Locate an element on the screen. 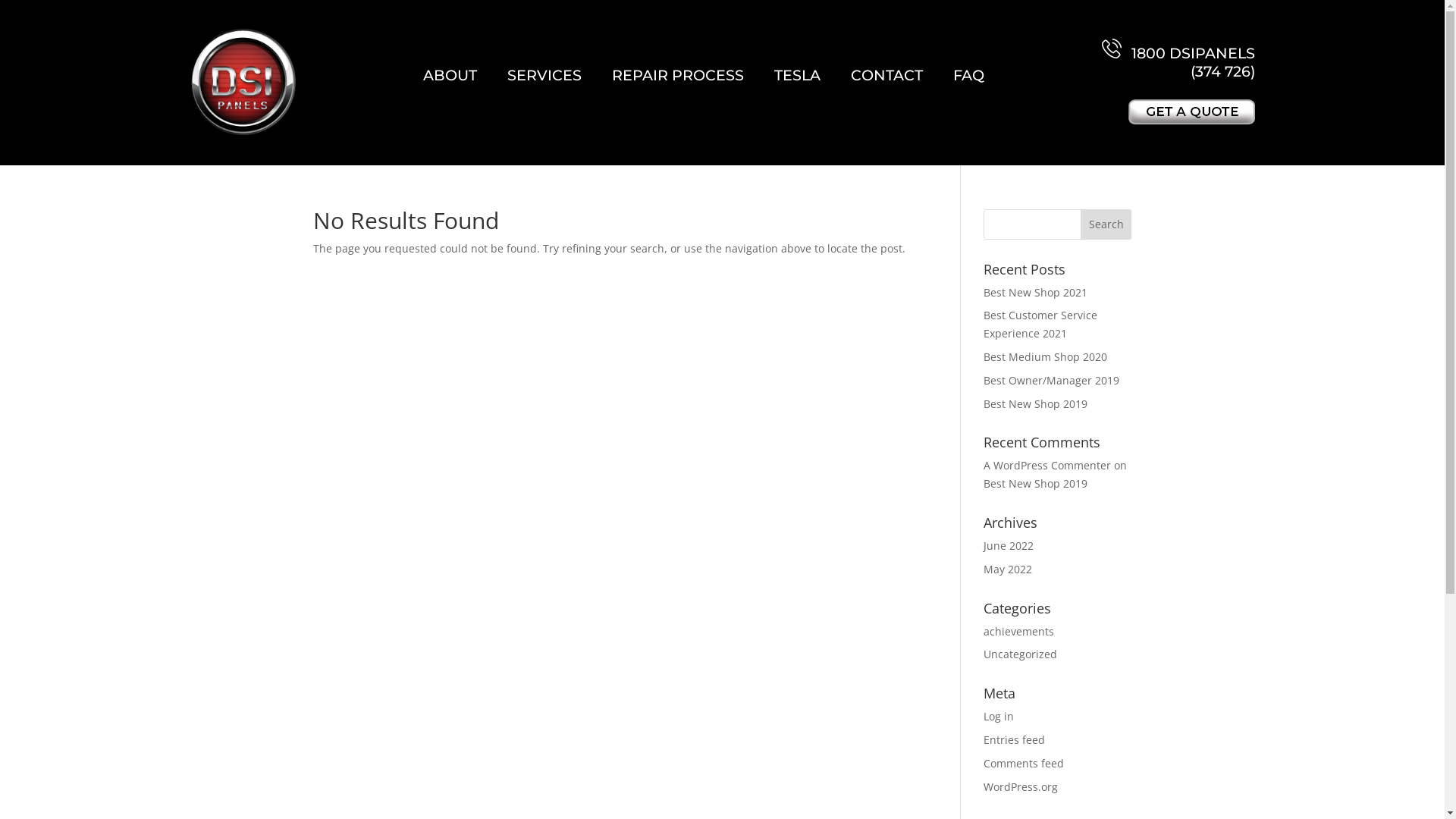 This screenshot has width=1456, height=819. 'Entries feed' is located at coordinates (1014, 739).